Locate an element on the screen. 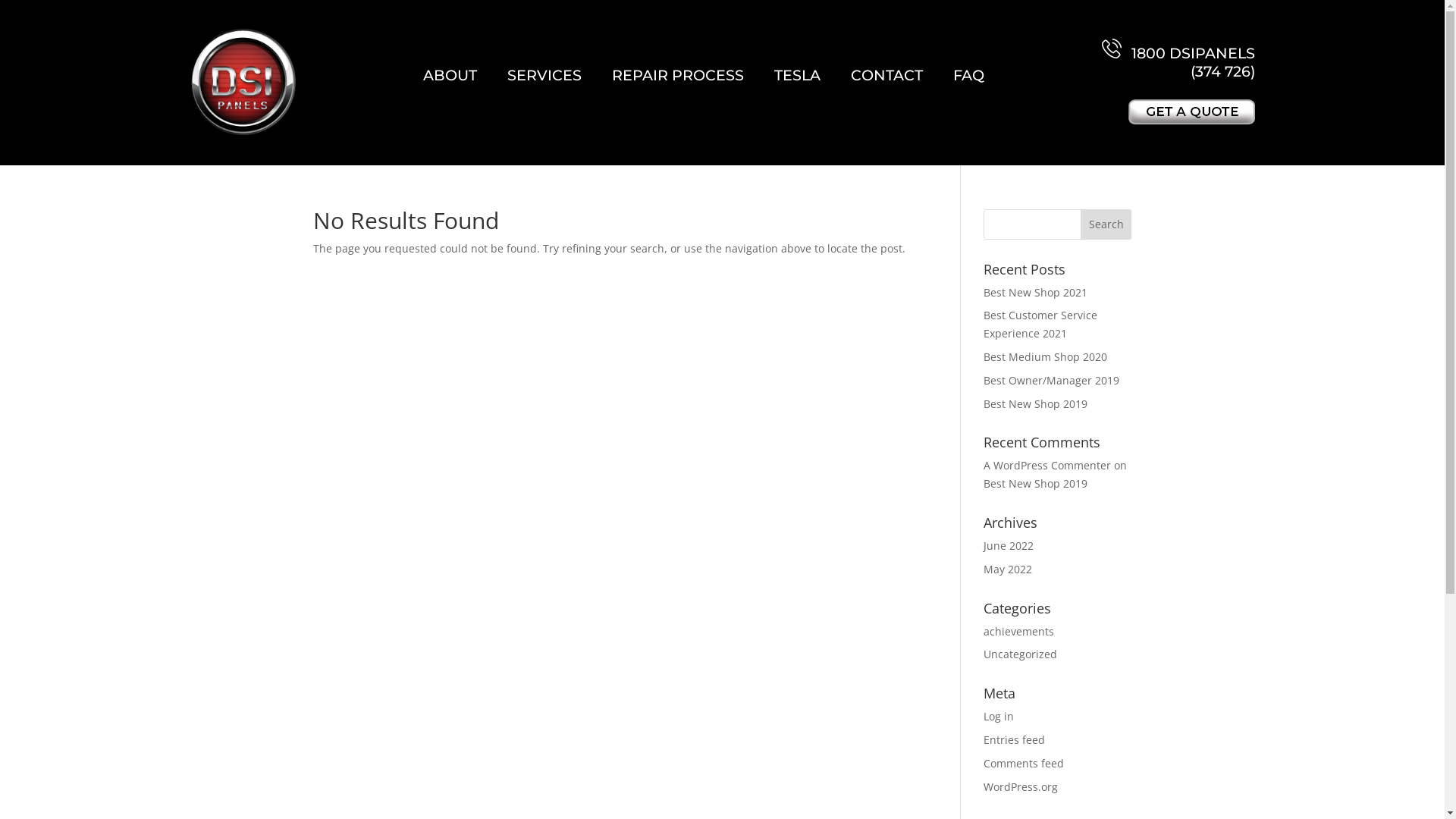 This screenshot has width=1456, height=819. 'Entries feed' is located at coordinates (1014, 739).